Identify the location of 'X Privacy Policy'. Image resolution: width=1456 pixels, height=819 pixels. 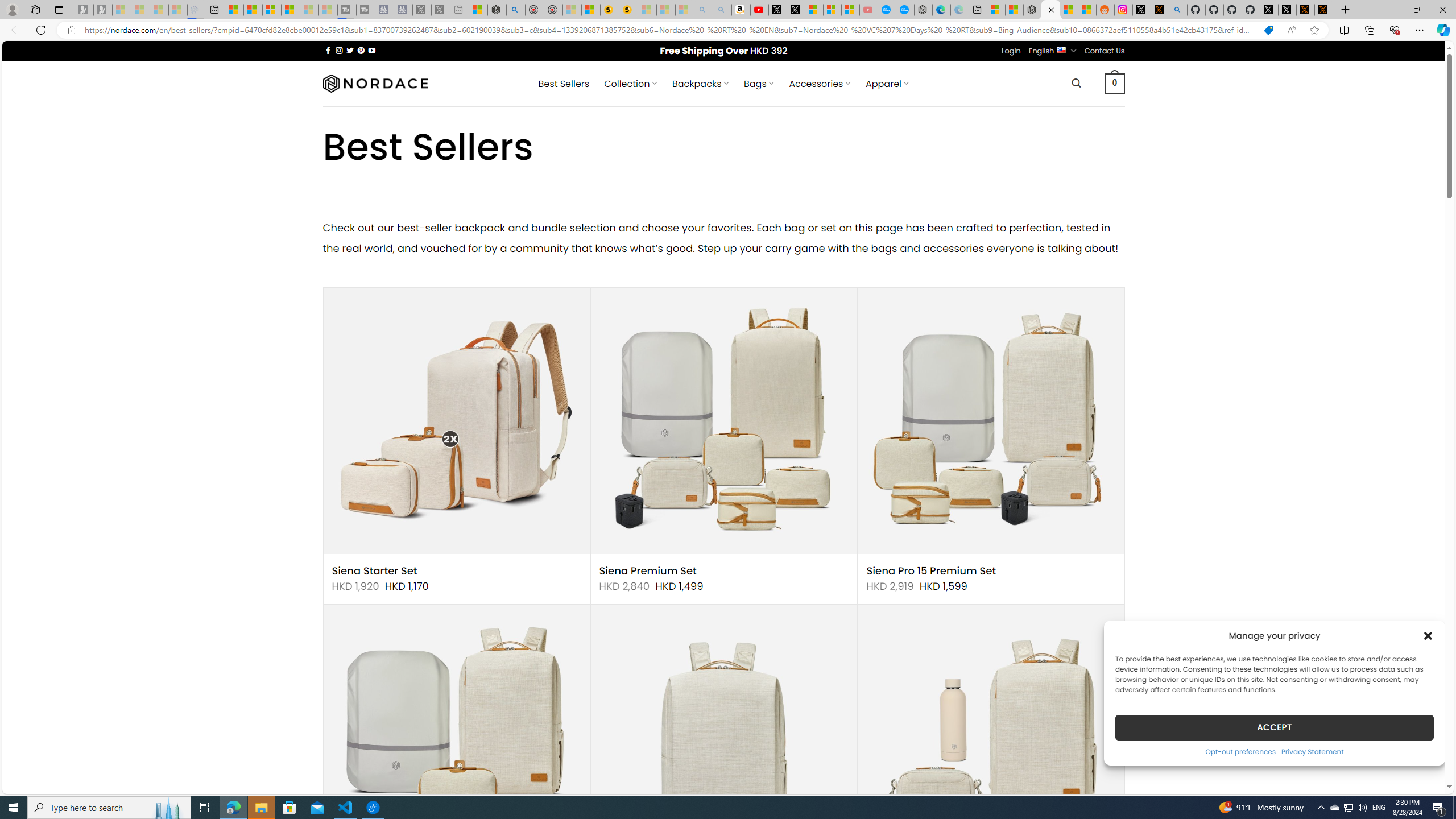
(1323, 9).